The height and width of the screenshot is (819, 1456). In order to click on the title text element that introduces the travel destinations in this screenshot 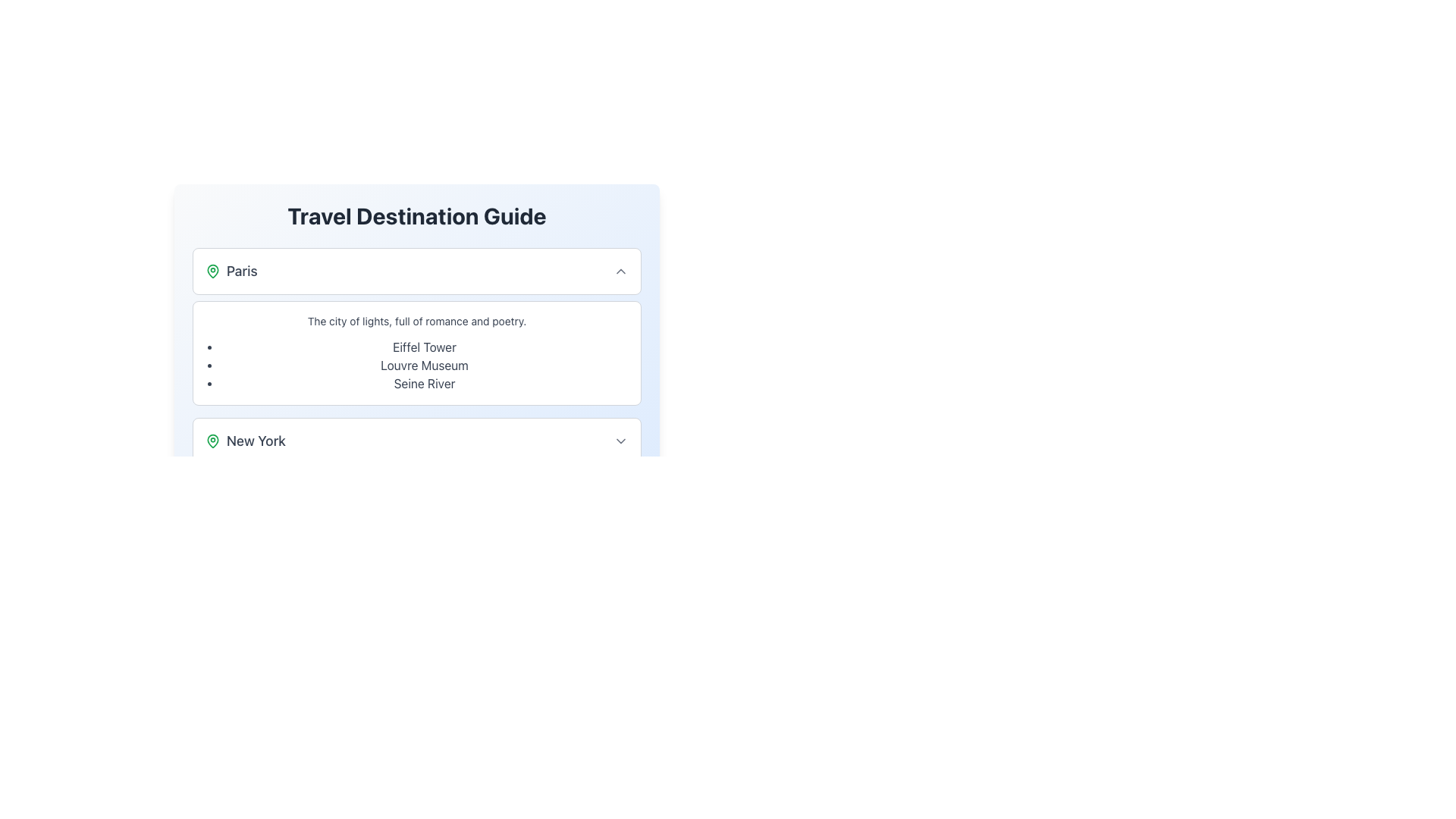, I will do `click(417, 216)`.